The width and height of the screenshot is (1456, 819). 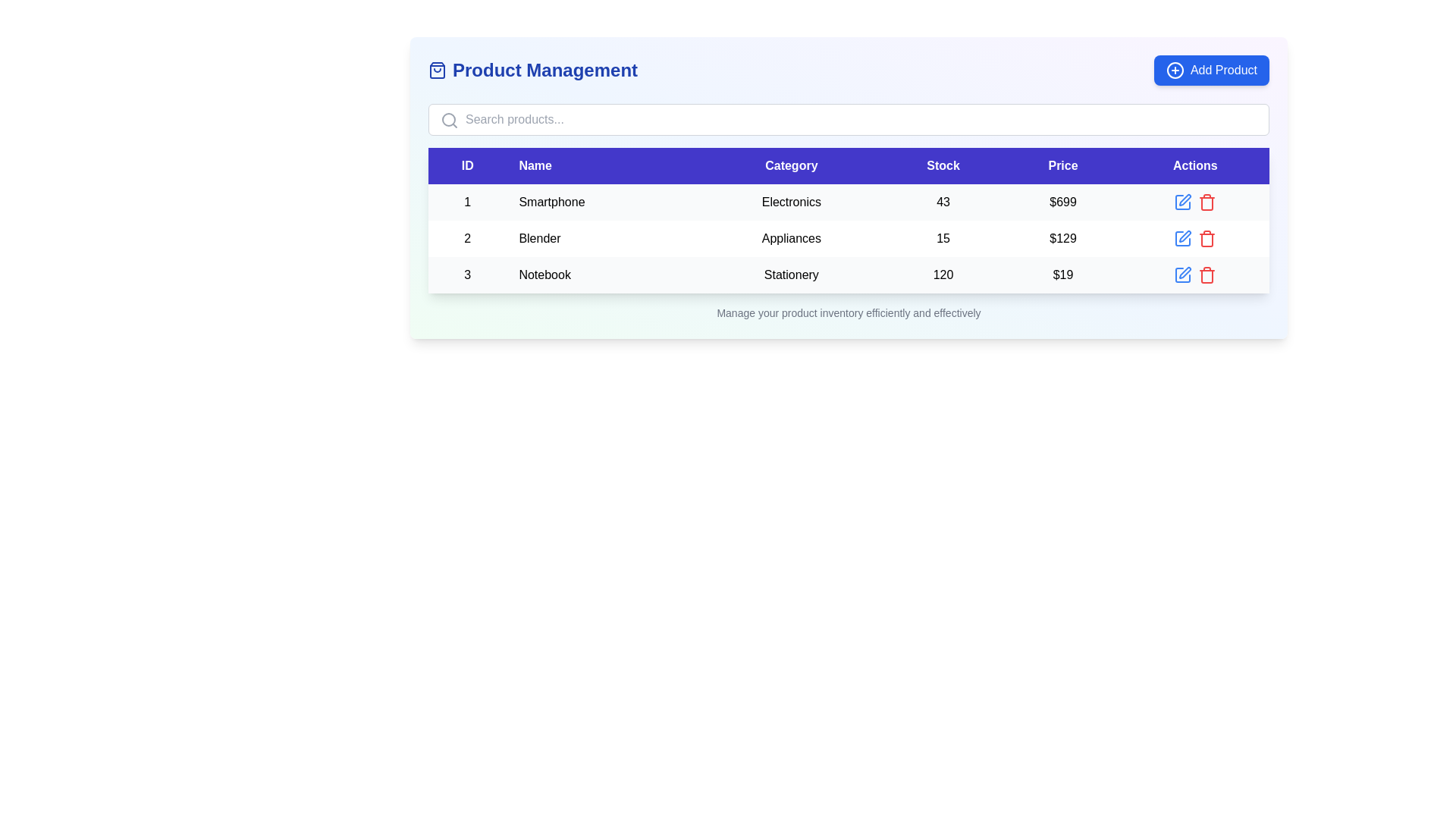 I want to click on the Text Display indicating the stock count of the product 'Smartphone', so click(x=942, y=201).